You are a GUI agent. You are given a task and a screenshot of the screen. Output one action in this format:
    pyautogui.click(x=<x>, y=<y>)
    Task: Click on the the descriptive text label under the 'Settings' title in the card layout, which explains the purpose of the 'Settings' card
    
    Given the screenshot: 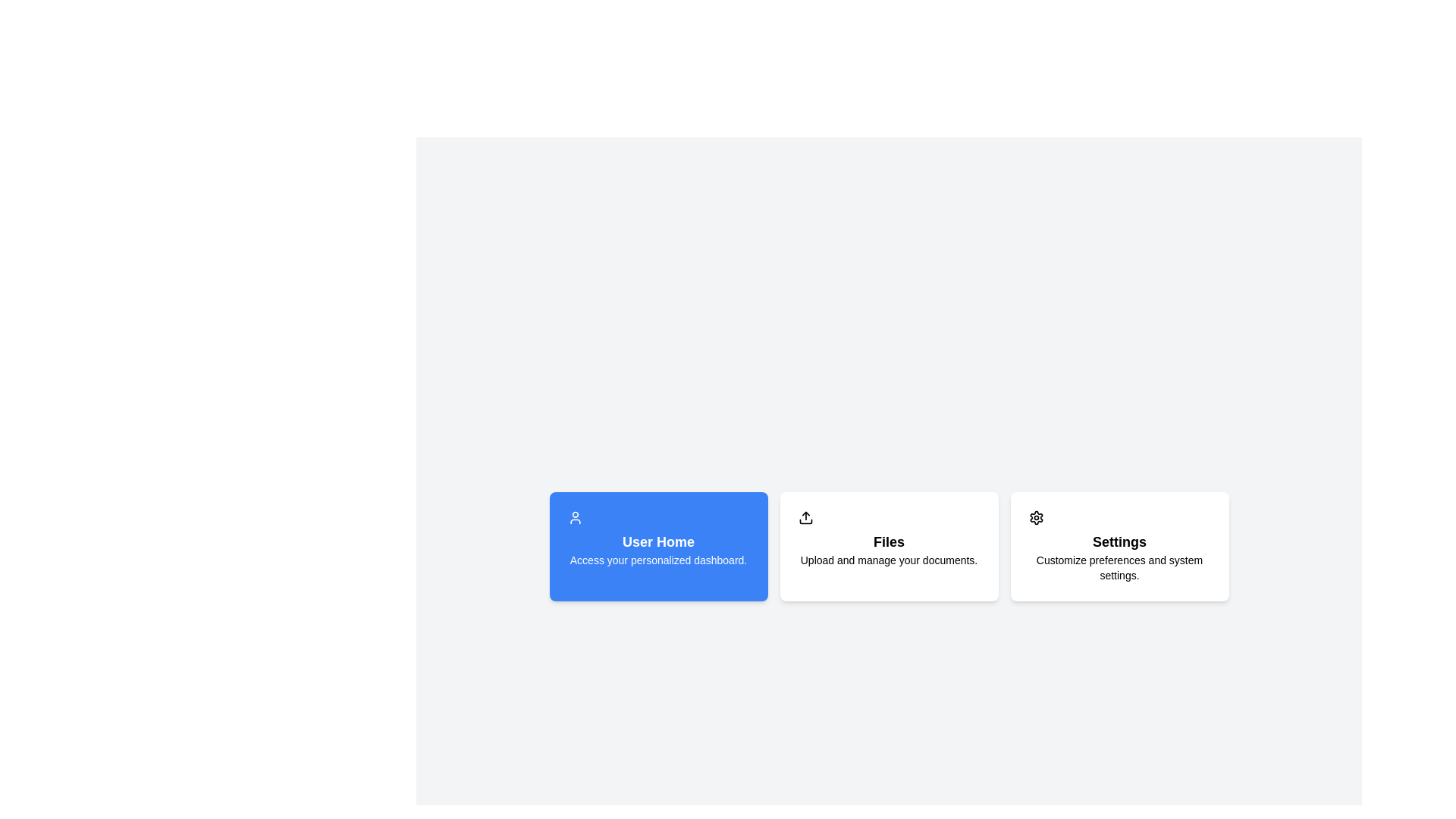 What is the action you would take?
    pyautogui.click(x=1119, y=567)
    